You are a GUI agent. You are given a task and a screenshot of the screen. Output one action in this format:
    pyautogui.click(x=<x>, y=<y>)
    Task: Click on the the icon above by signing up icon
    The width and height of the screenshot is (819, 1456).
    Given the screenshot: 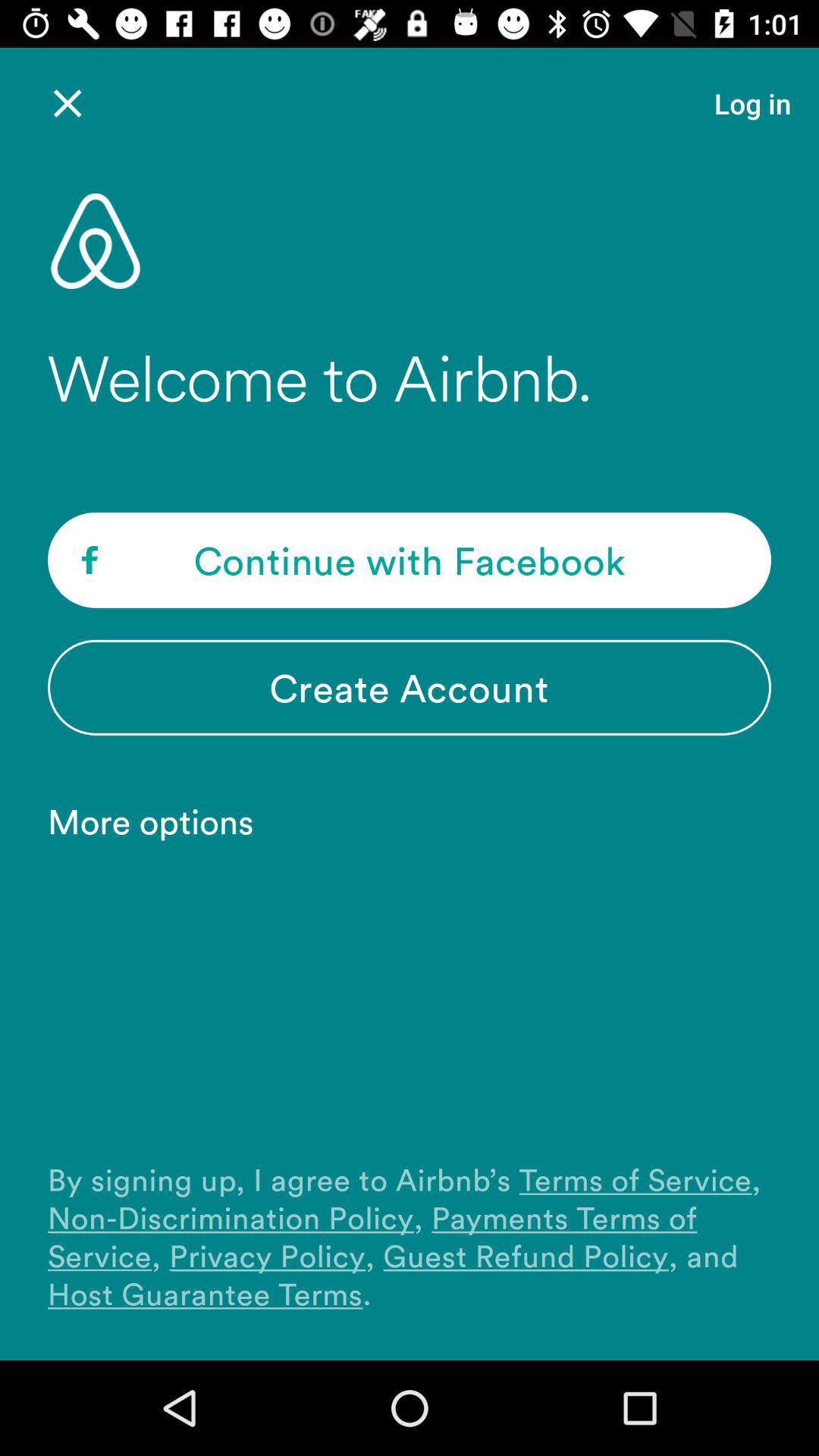 What is the action you would take?
    pyautogui.click(x=158, y=820)
    